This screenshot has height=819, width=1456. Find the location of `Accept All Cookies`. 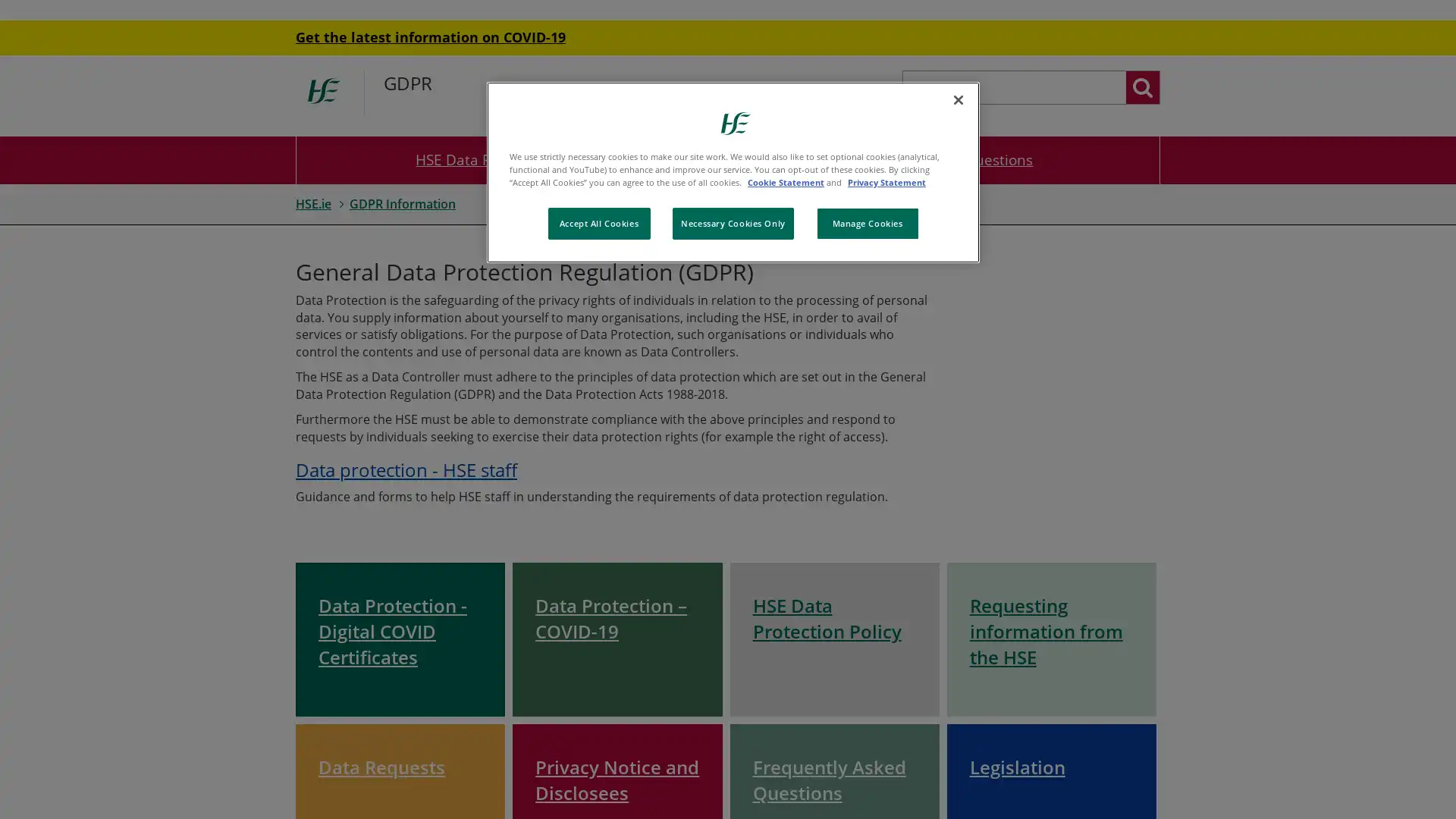

Accept All Cookies is located at coordinates (598, 223).